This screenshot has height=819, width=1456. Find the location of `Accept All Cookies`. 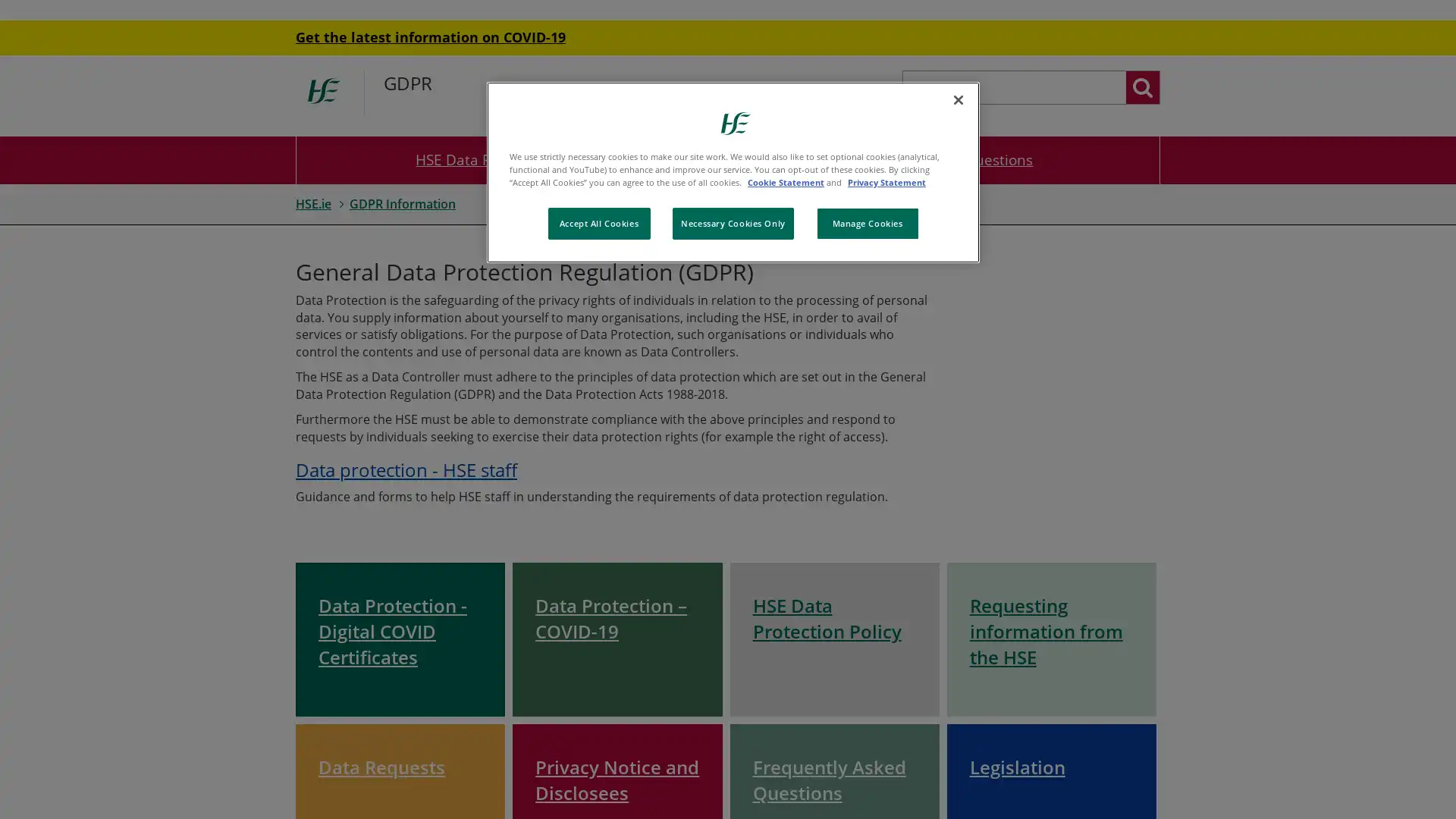

Accept All Cookies is located at coordinates (598, 223).